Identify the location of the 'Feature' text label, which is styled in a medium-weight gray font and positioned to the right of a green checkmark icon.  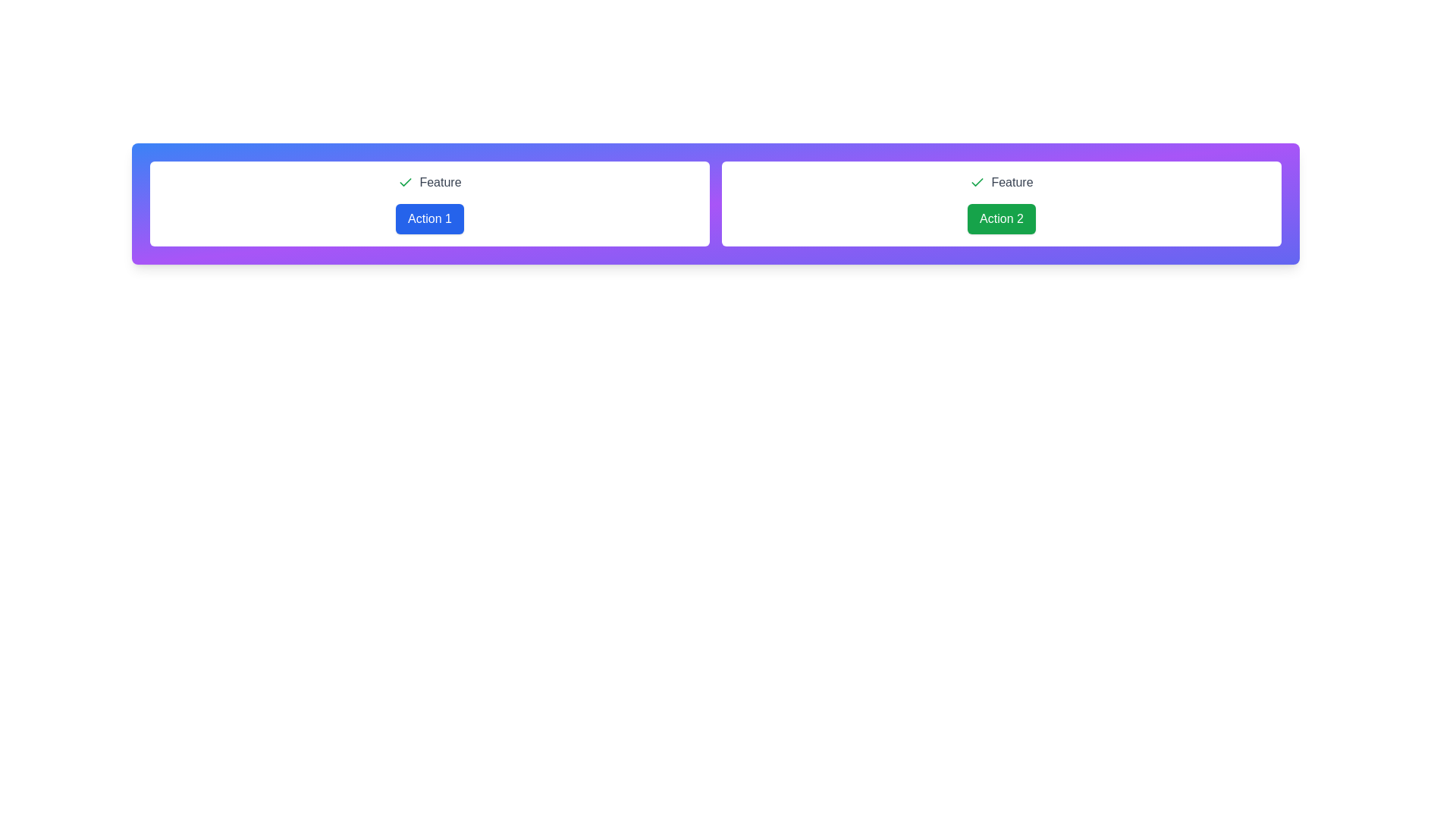
(439, 181).